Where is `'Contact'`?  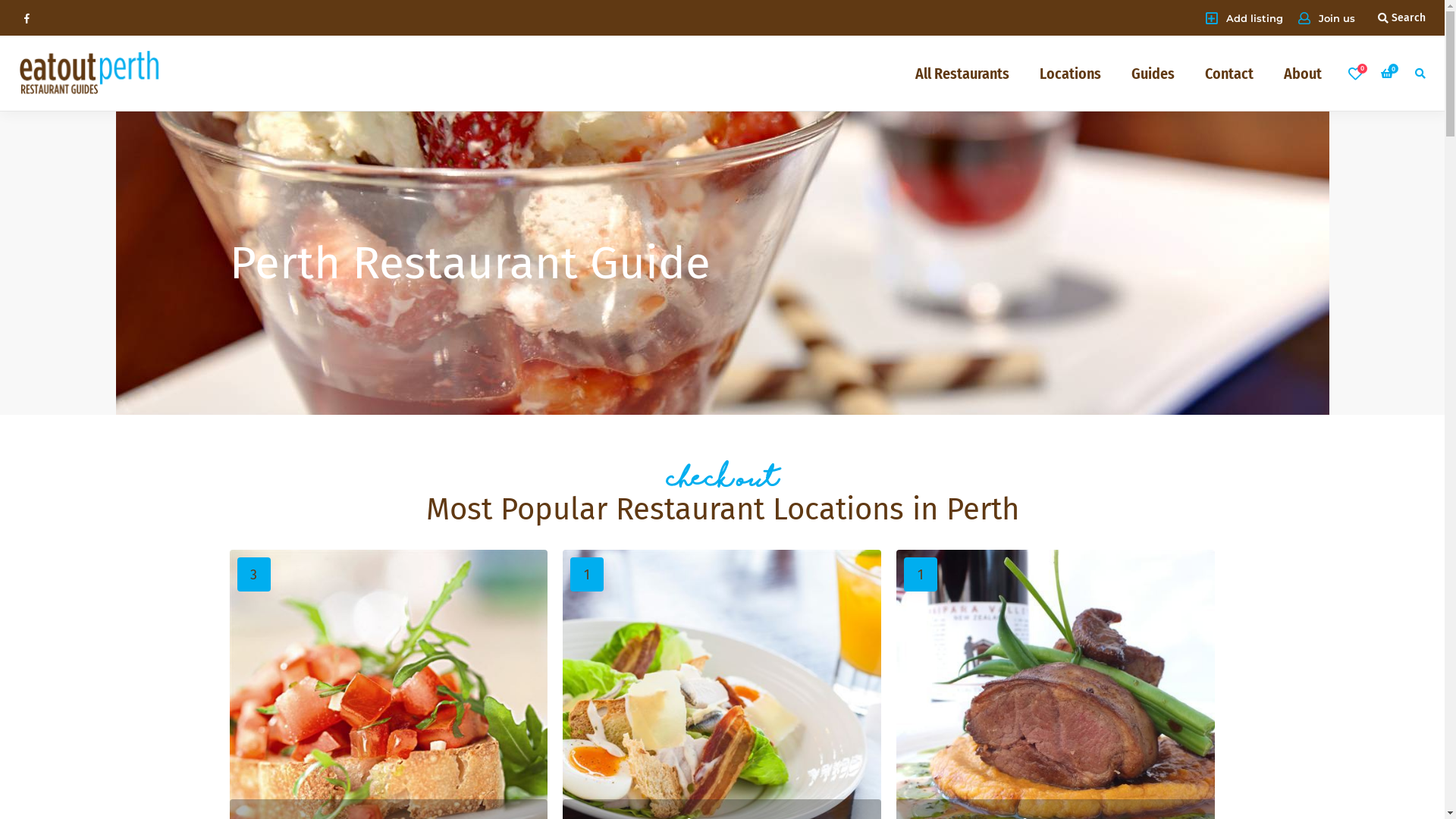 'Contact' is located at coordinates (1229, 73).